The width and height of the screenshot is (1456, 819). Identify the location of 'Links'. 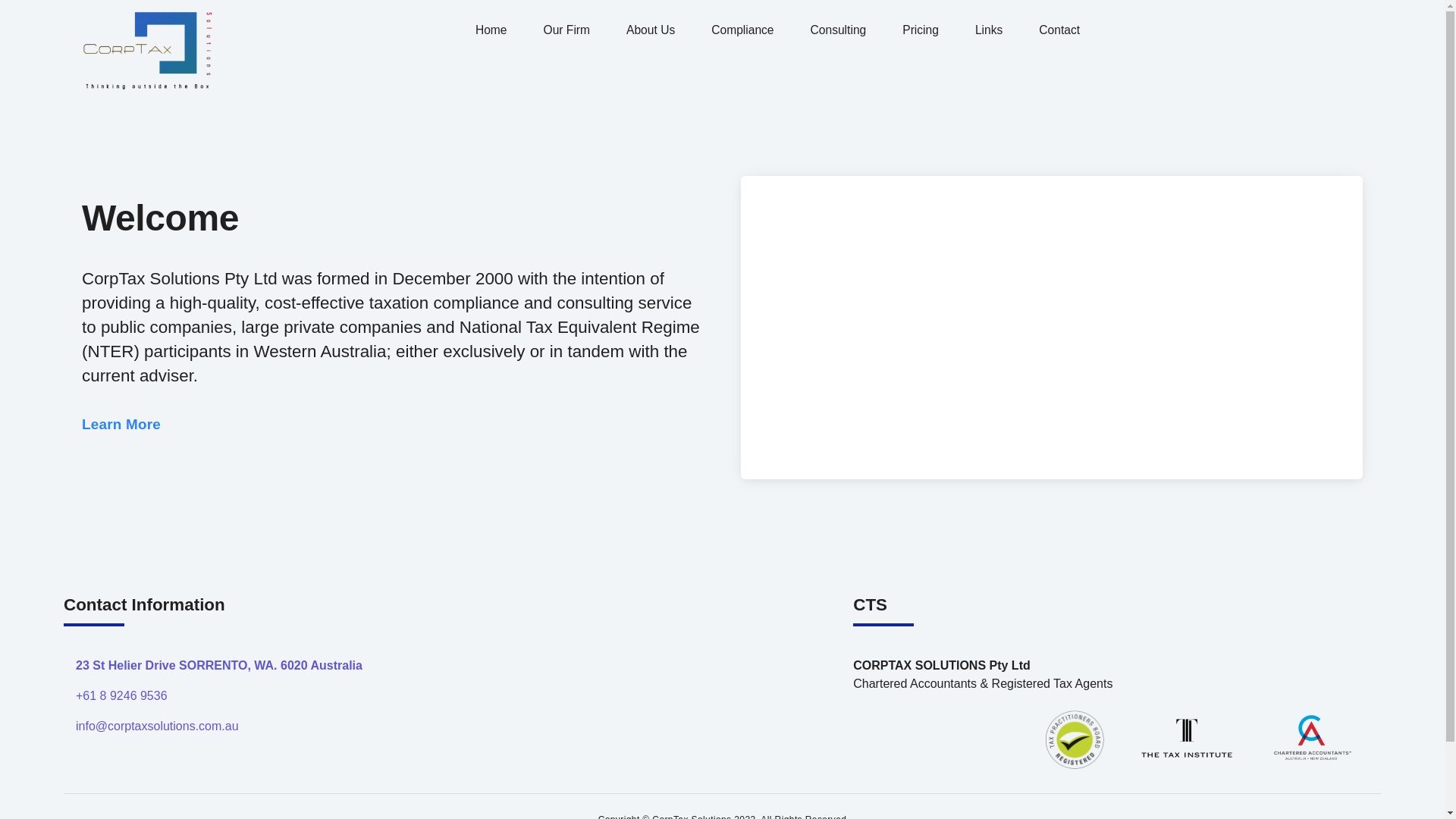
(962, 30).